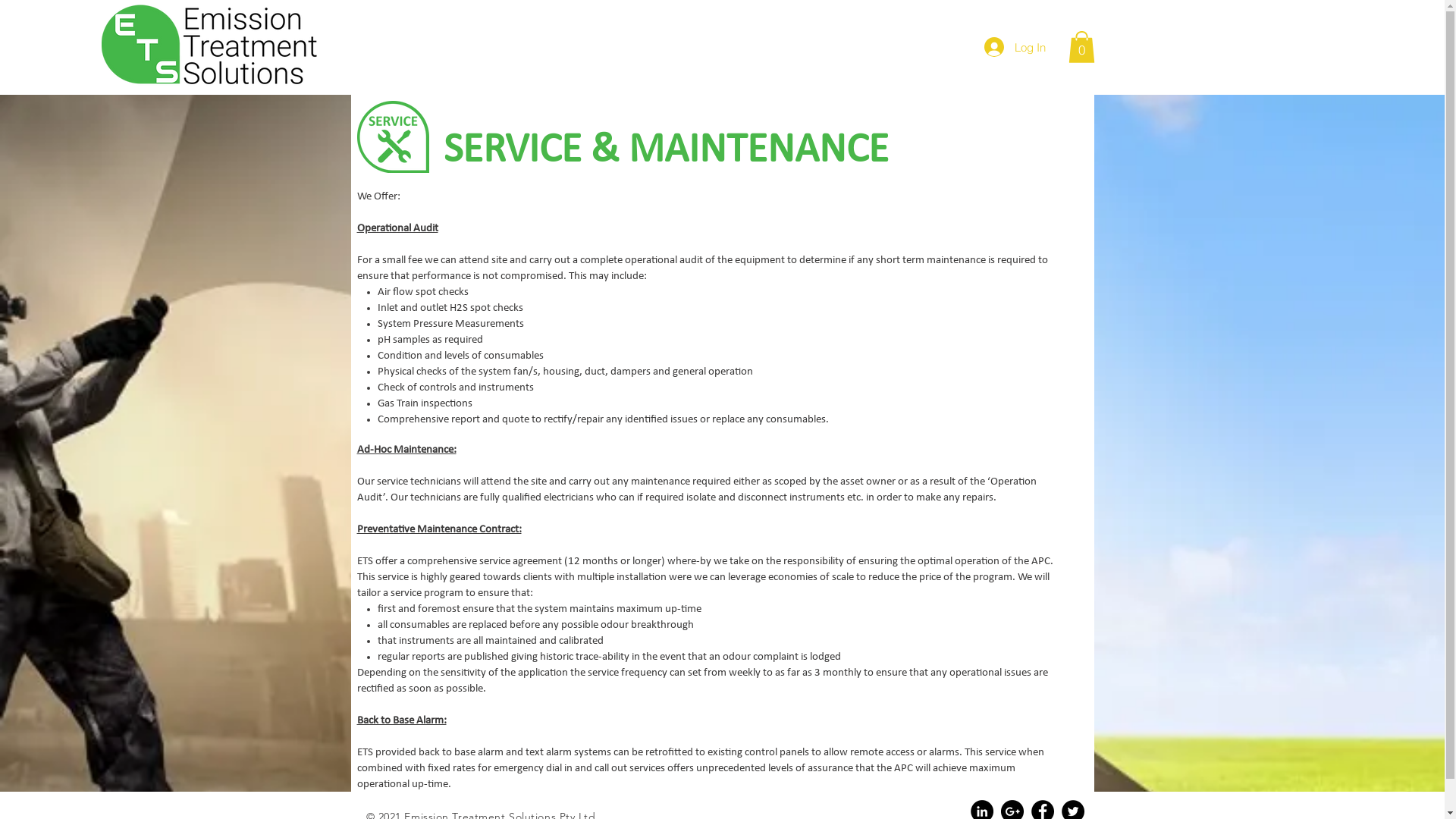 This screenshot has width=1456, height=819. I want to click on '0', so click(1080, 45).